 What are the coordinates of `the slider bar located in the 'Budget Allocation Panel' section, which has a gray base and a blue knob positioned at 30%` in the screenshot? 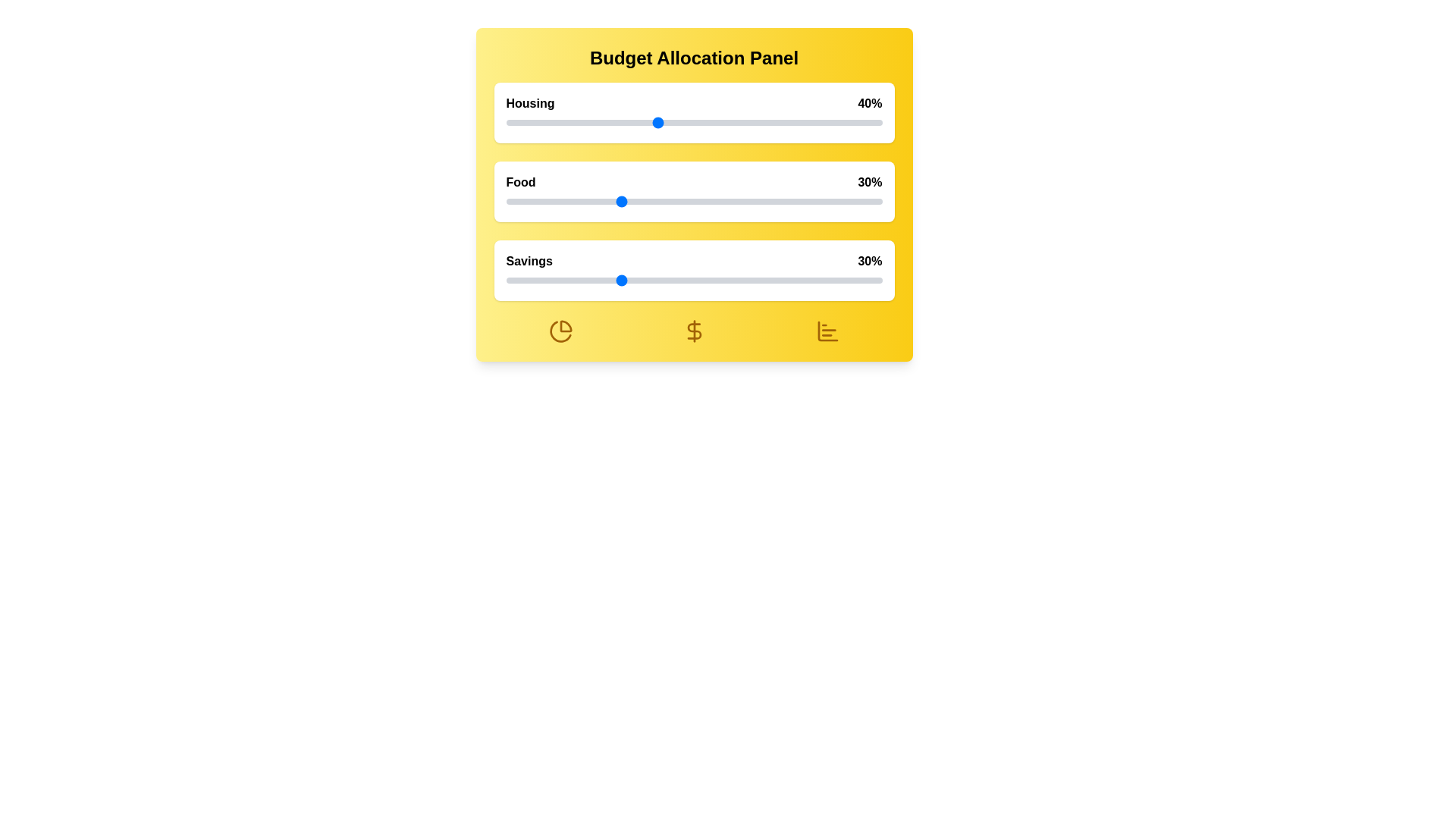 It's located at (693, 281).